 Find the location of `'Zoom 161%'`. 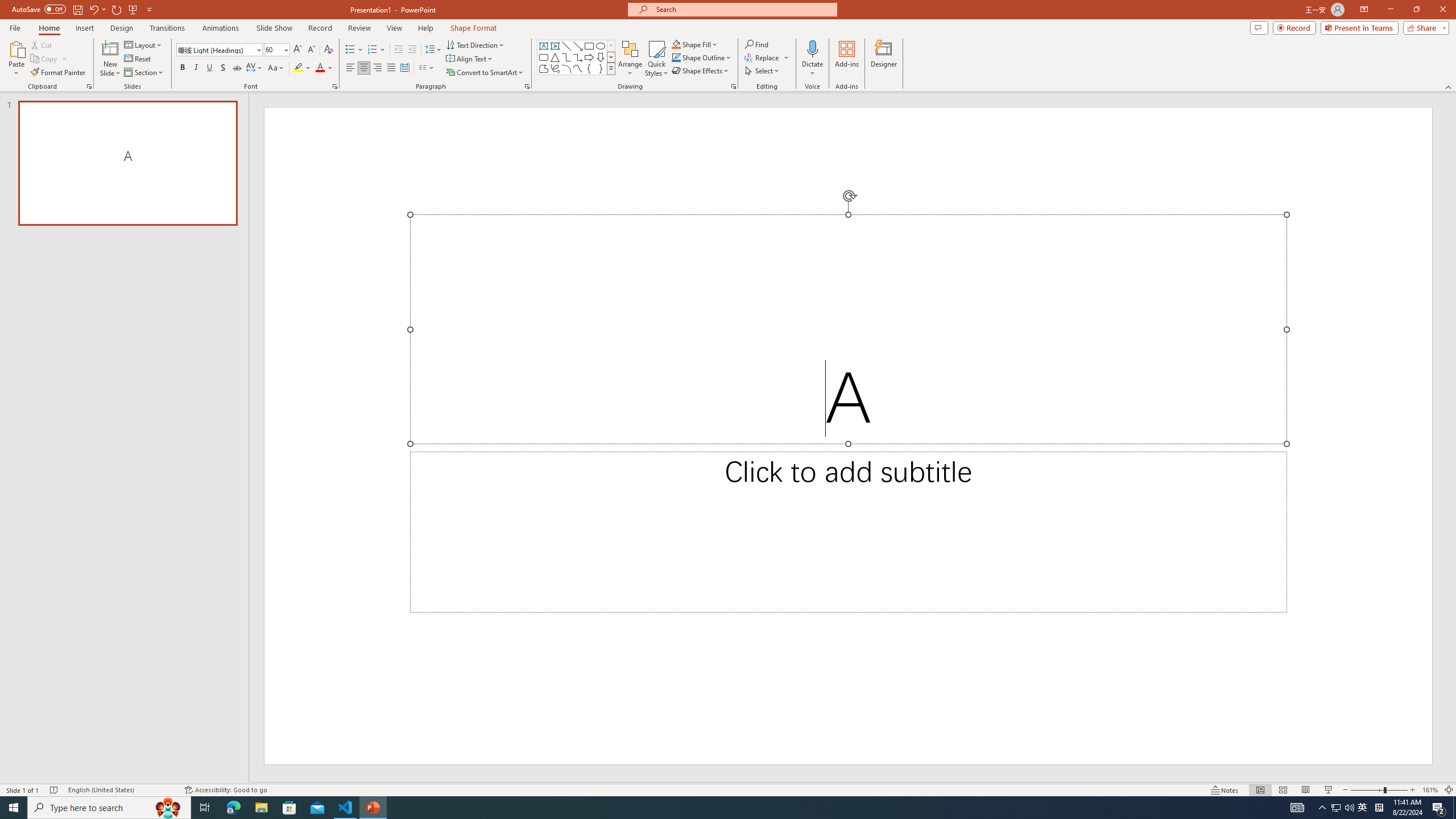

'Zoom 161%' is located at coordinates (1430, 790).